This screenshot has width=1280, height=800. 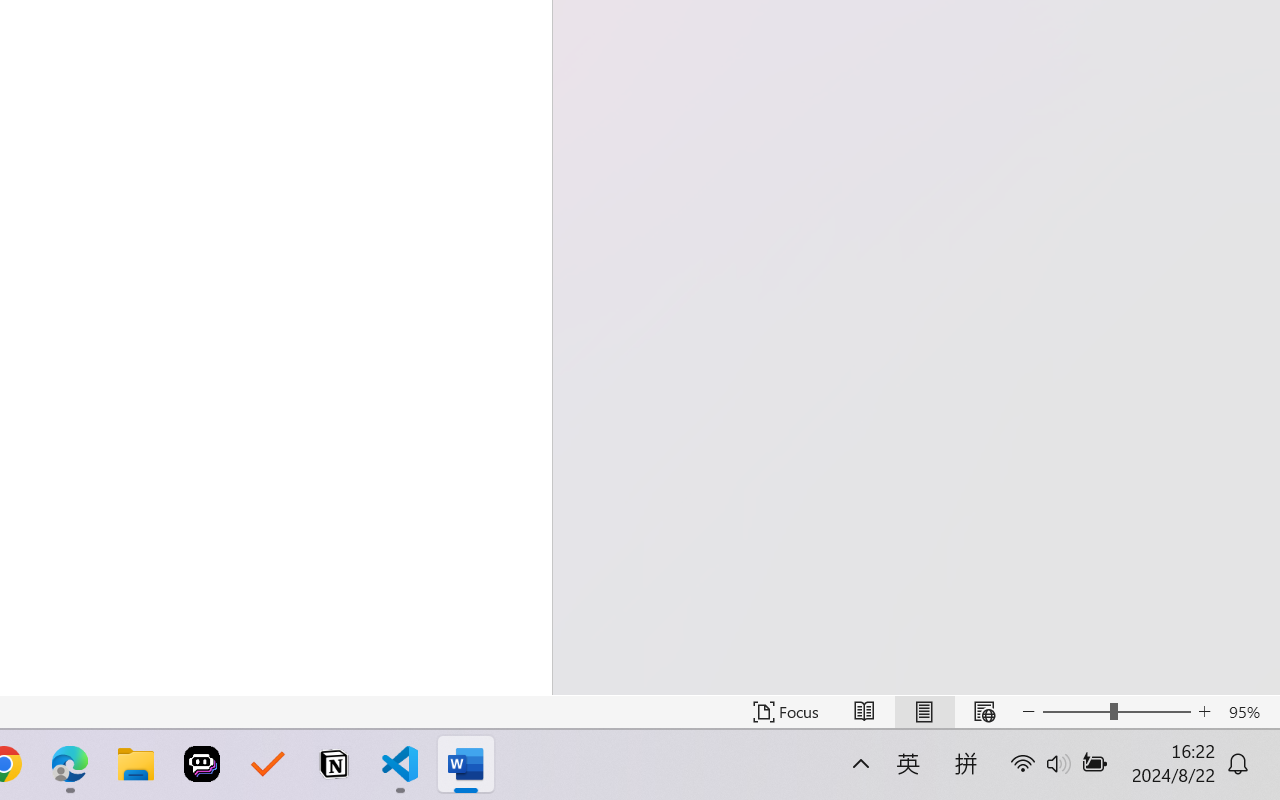 I want to click on 'Zoom 95%', so click(x=1248, y=711).